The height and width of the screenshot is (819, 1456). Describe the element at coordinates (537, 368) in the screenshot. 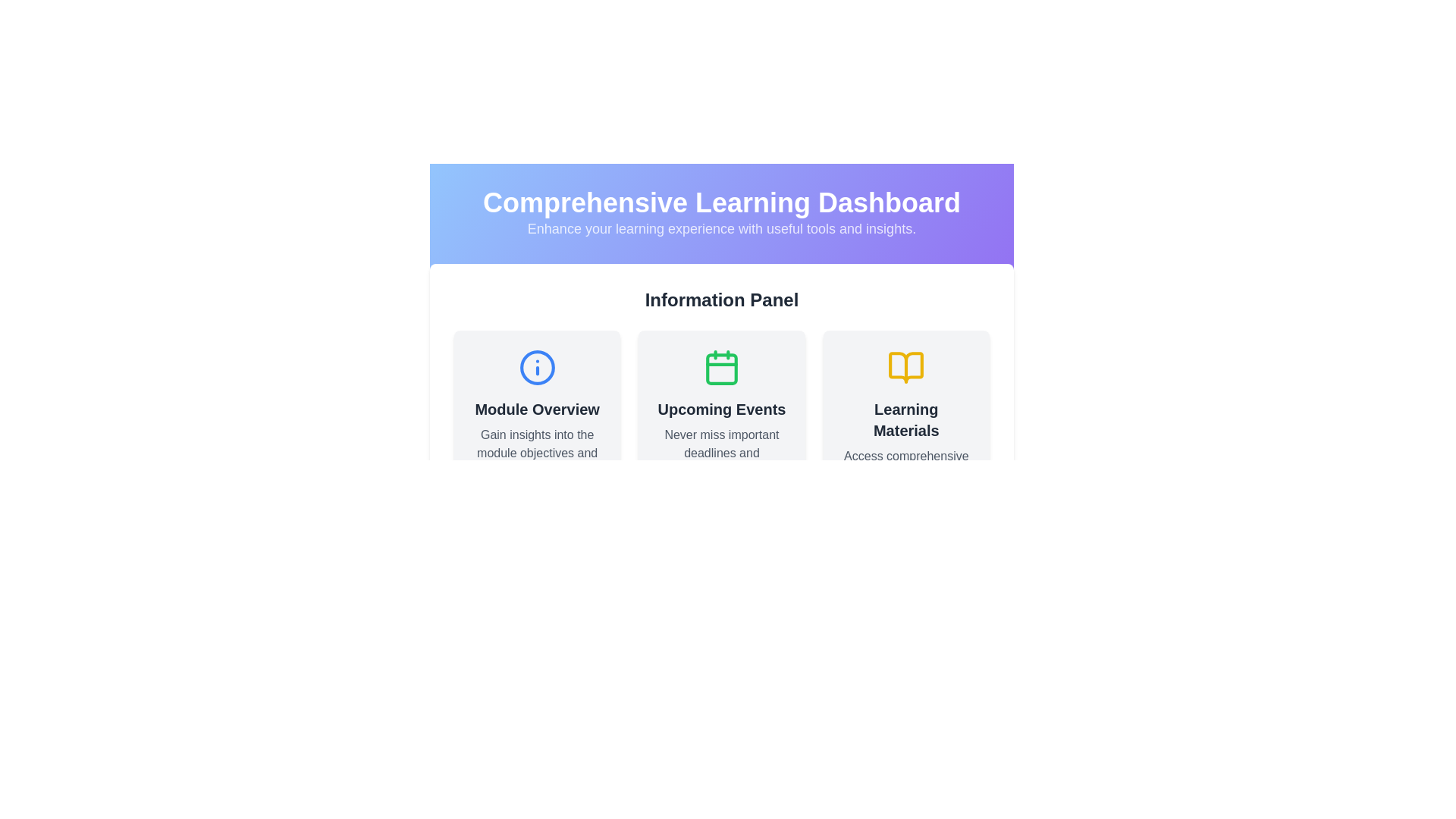

I see `the blue circular information icon located at the center of the left card under the 'Information Panel' section` at that location.